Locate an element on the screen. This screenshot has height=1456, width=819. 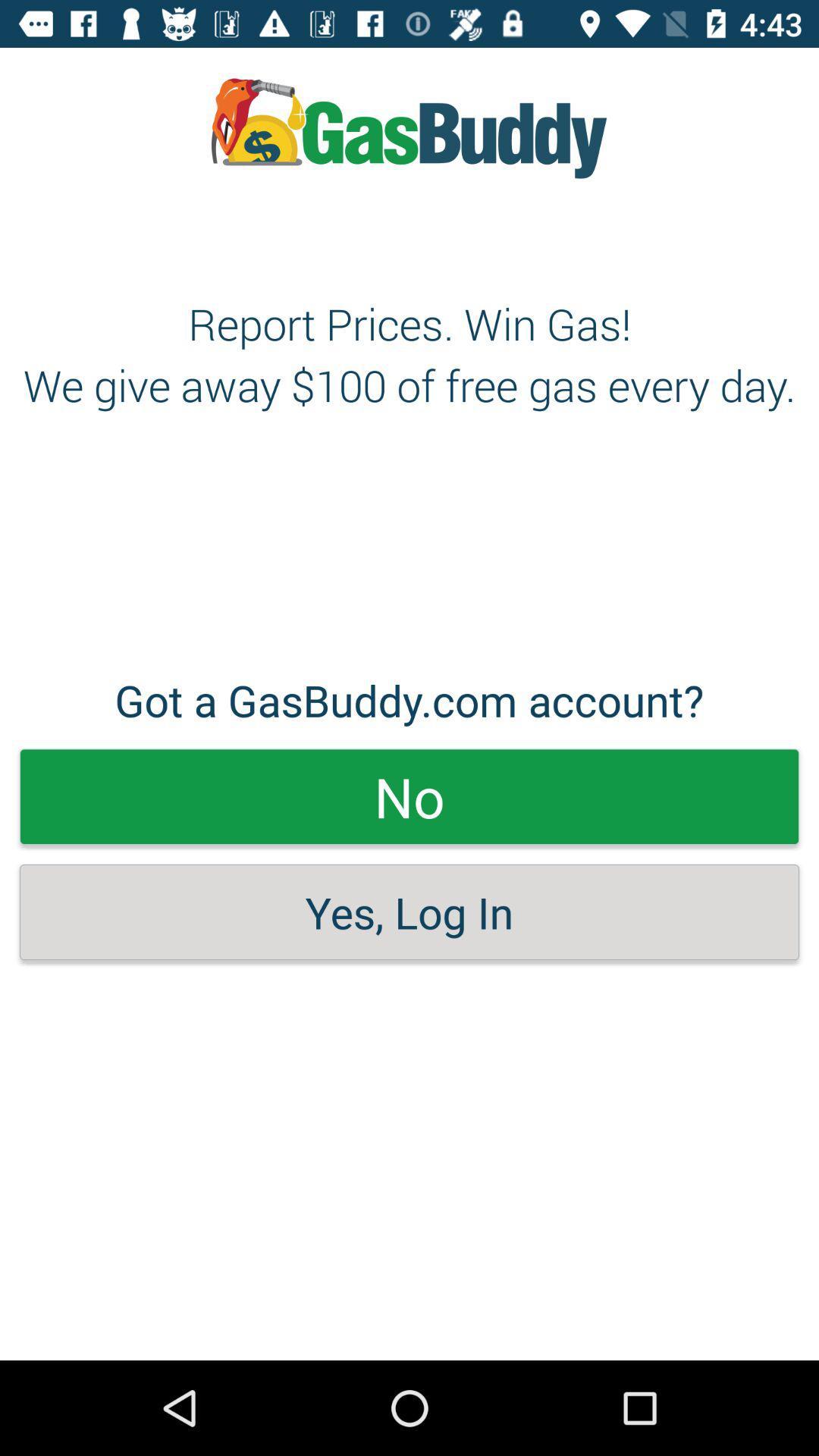
icon below got a gasbuddy icon is located at coordinates (409, 795).